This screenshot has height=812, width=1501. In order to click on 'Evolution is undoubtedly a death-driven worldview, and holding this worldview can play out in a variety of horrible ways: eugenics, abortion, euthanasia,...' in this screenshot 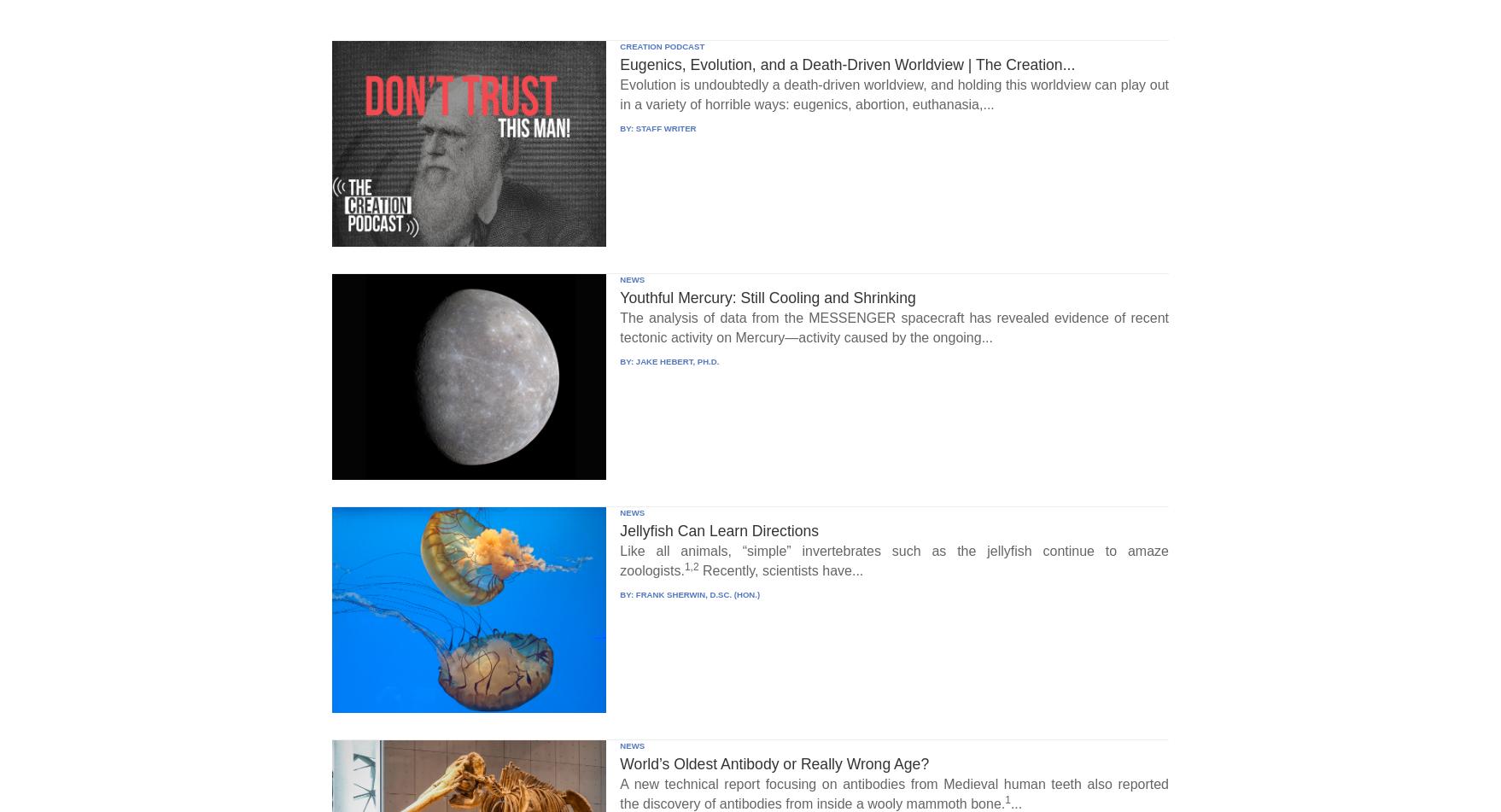, I will do `click(893, 94)`.